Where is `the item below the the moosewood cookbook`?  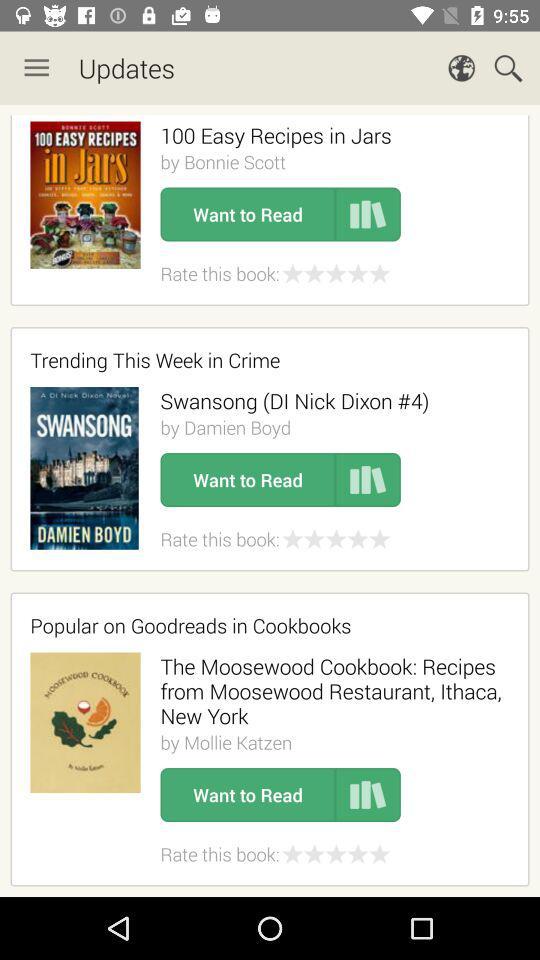 the item below the the moosewood cookbook is located at coordinates (225, 741).